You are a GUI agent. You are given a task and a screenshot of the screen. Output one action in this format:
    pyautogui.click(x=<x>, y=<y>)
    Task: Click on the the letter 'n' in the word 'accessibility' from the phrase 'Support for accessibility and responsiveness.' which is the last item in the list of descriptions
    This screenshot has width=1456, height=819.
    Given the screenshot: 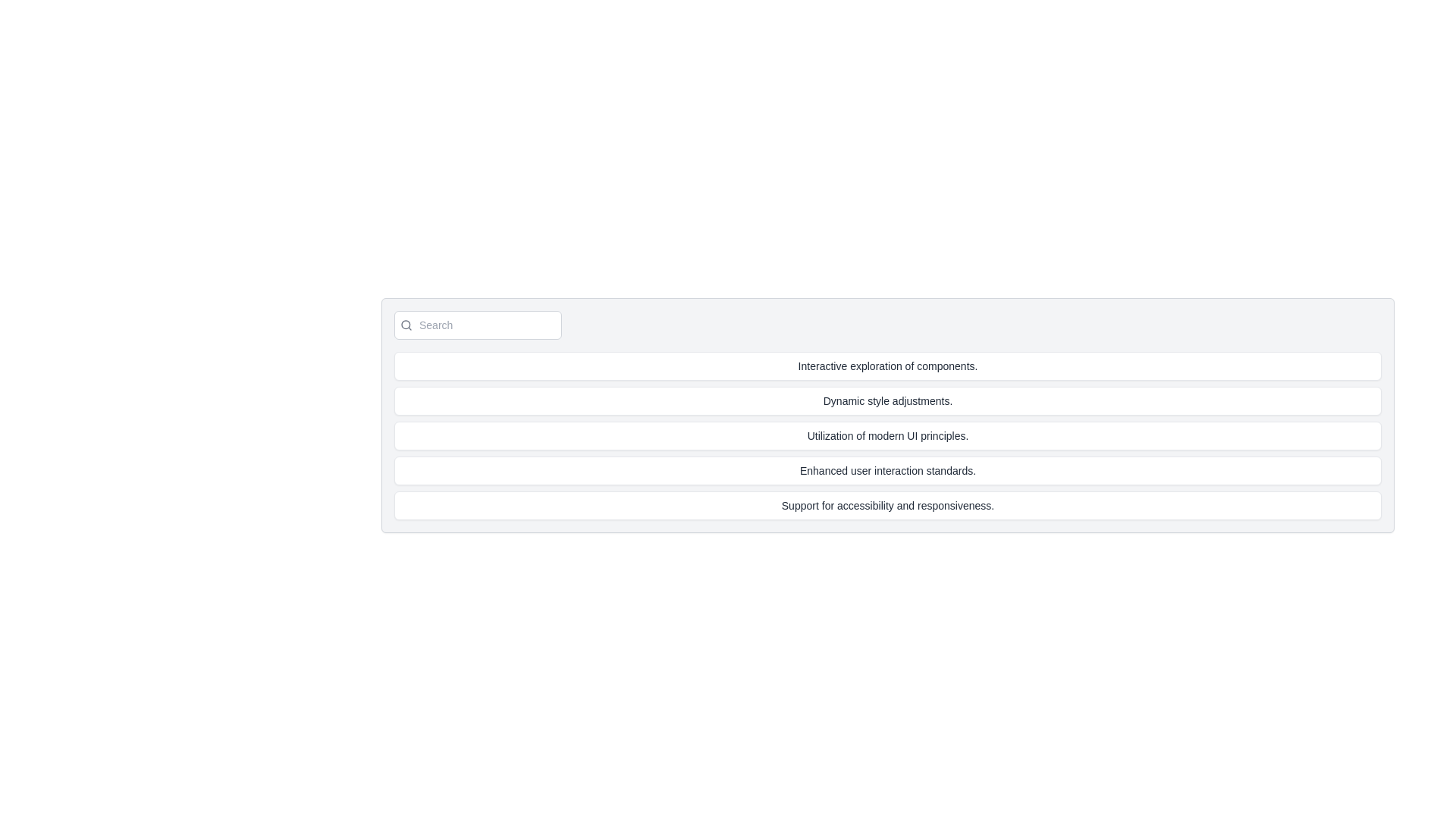 What is the action you would take?
    pyautogui.click(x=905, y=506)
    